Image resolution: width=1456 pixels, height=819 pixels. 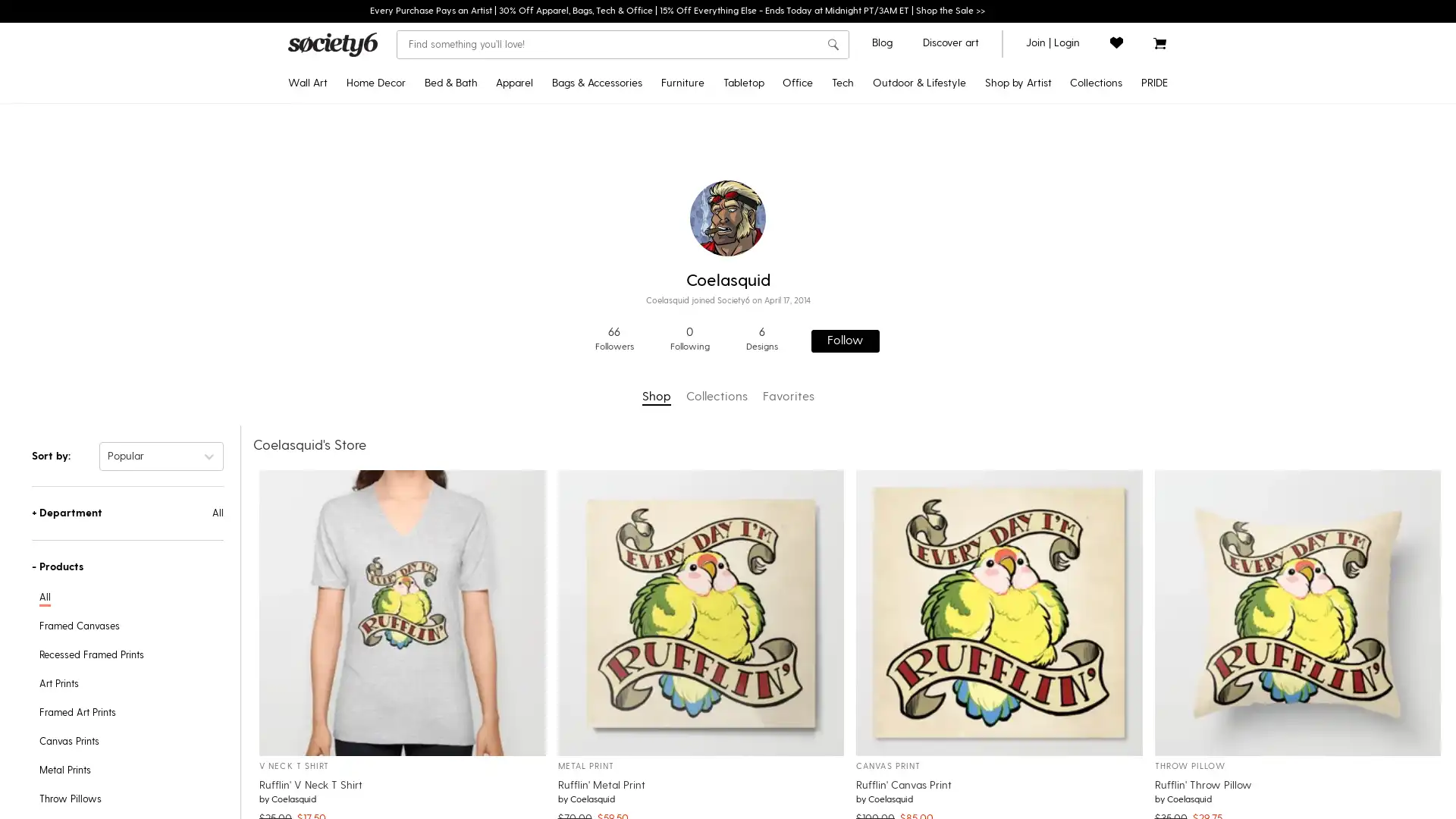 I want to click on Discover LGBTQIA+ Artists, so click(x=1094, y=146).